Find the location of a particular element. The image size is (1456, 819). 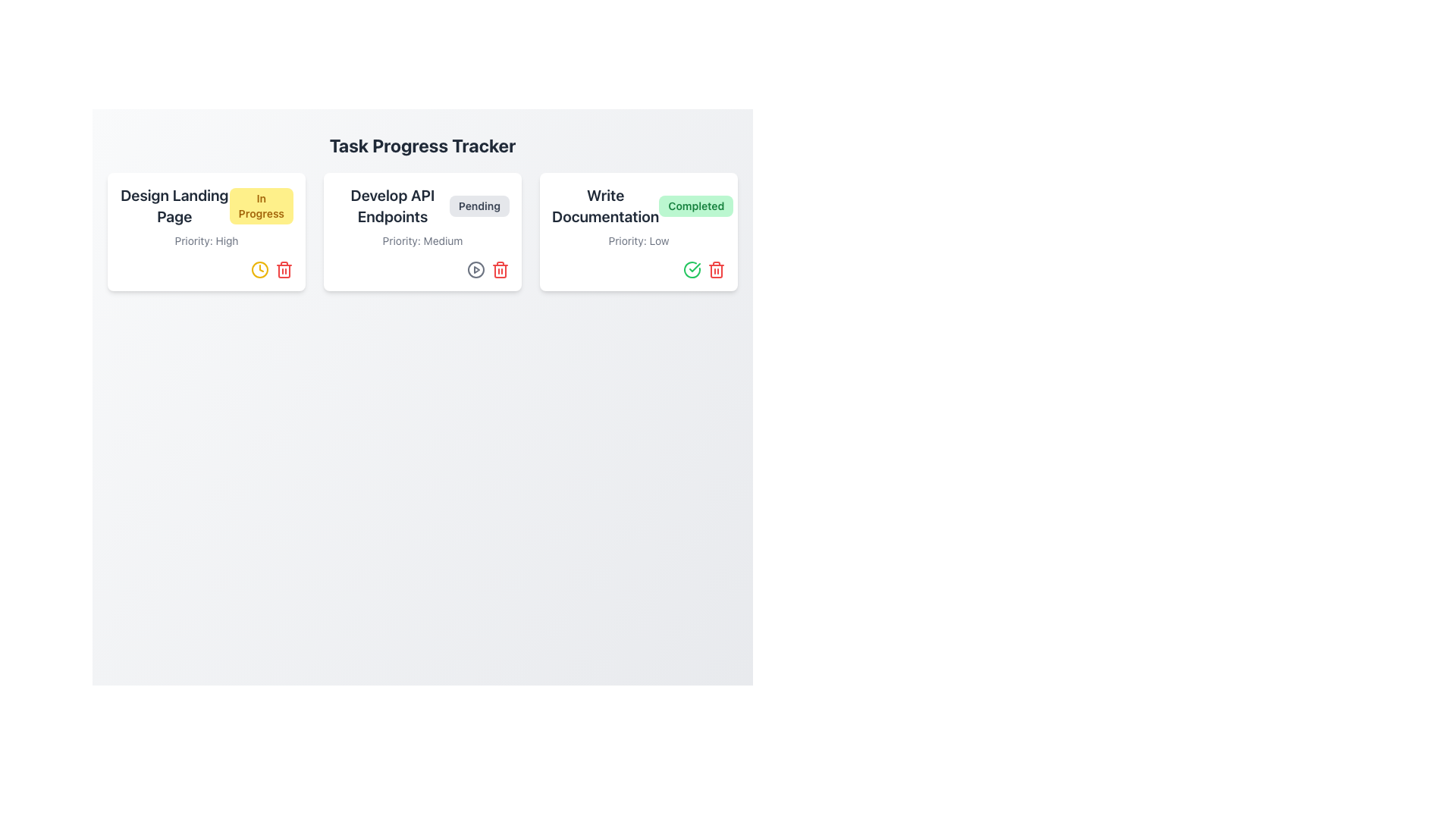

the text 'Write Documentation' displayed in bold at the top-central part of the third task card is located at coordinates (604, 206).